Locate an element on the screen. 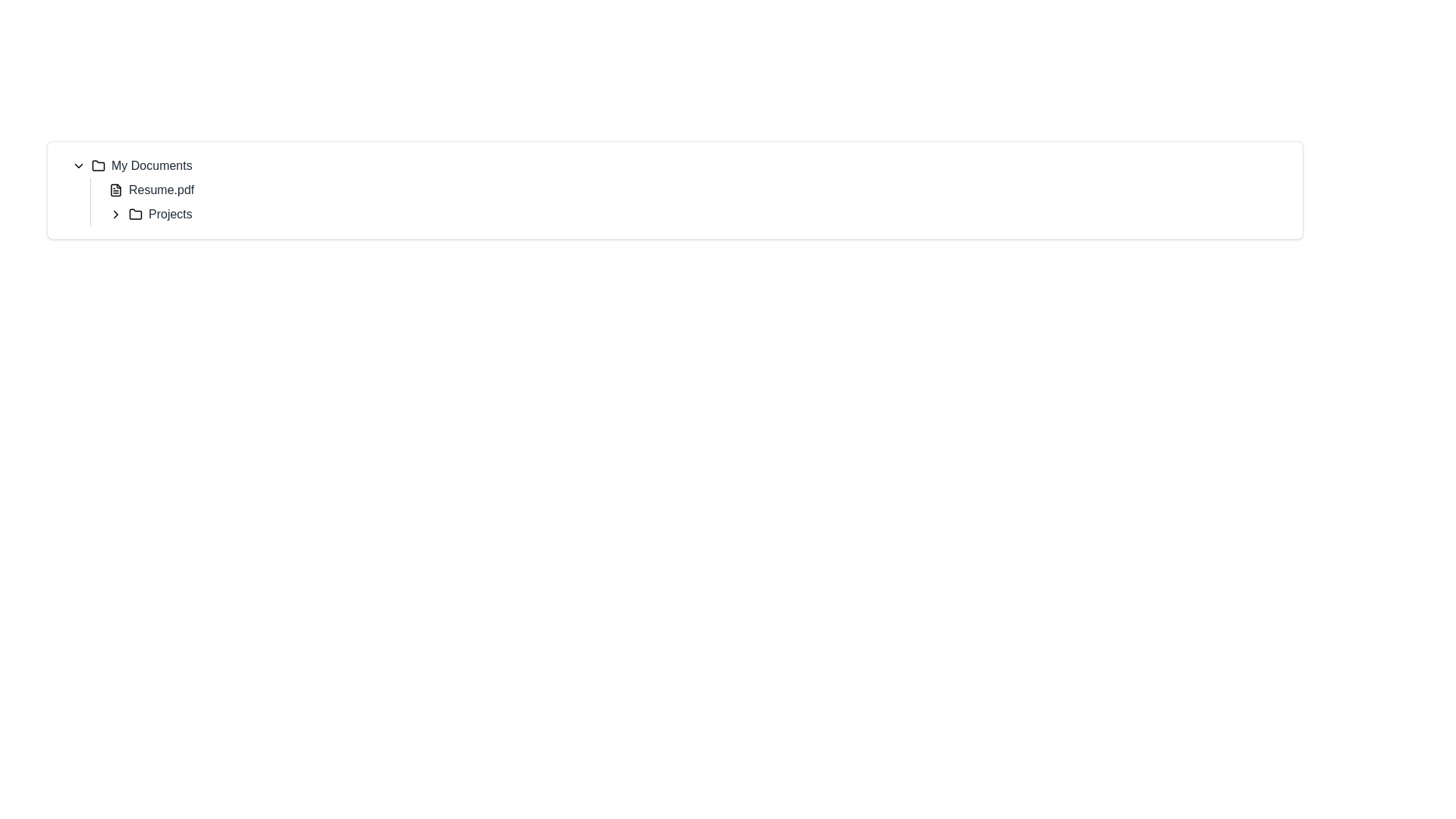 This screenshot has width=1456, height=819. the file icon representing 'Resume.pdf' is located at coordinates (115, 189).